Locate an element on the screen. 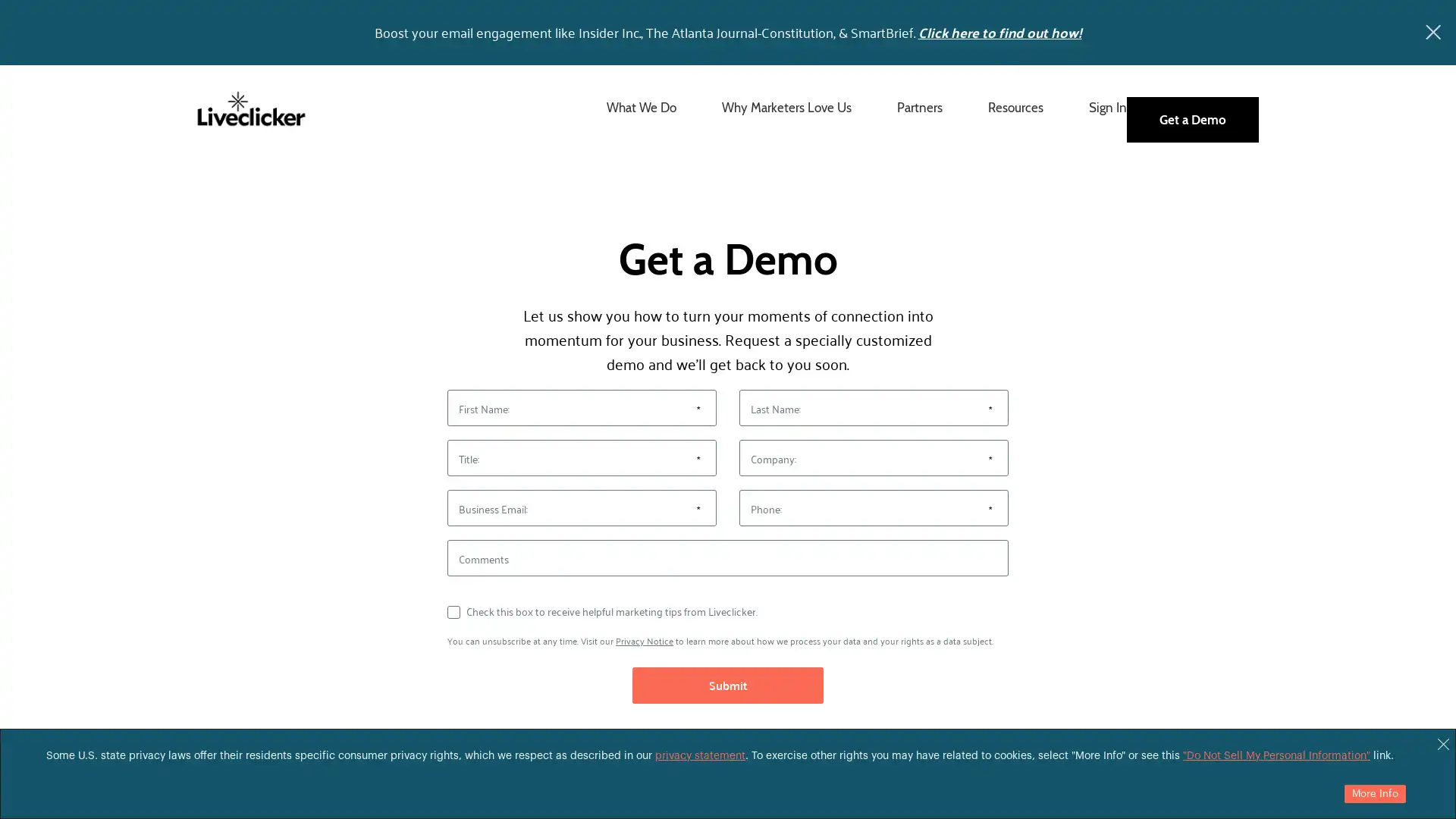 This screenshot has width=1456, height=819. Submit is located at coordinates (728, 661).